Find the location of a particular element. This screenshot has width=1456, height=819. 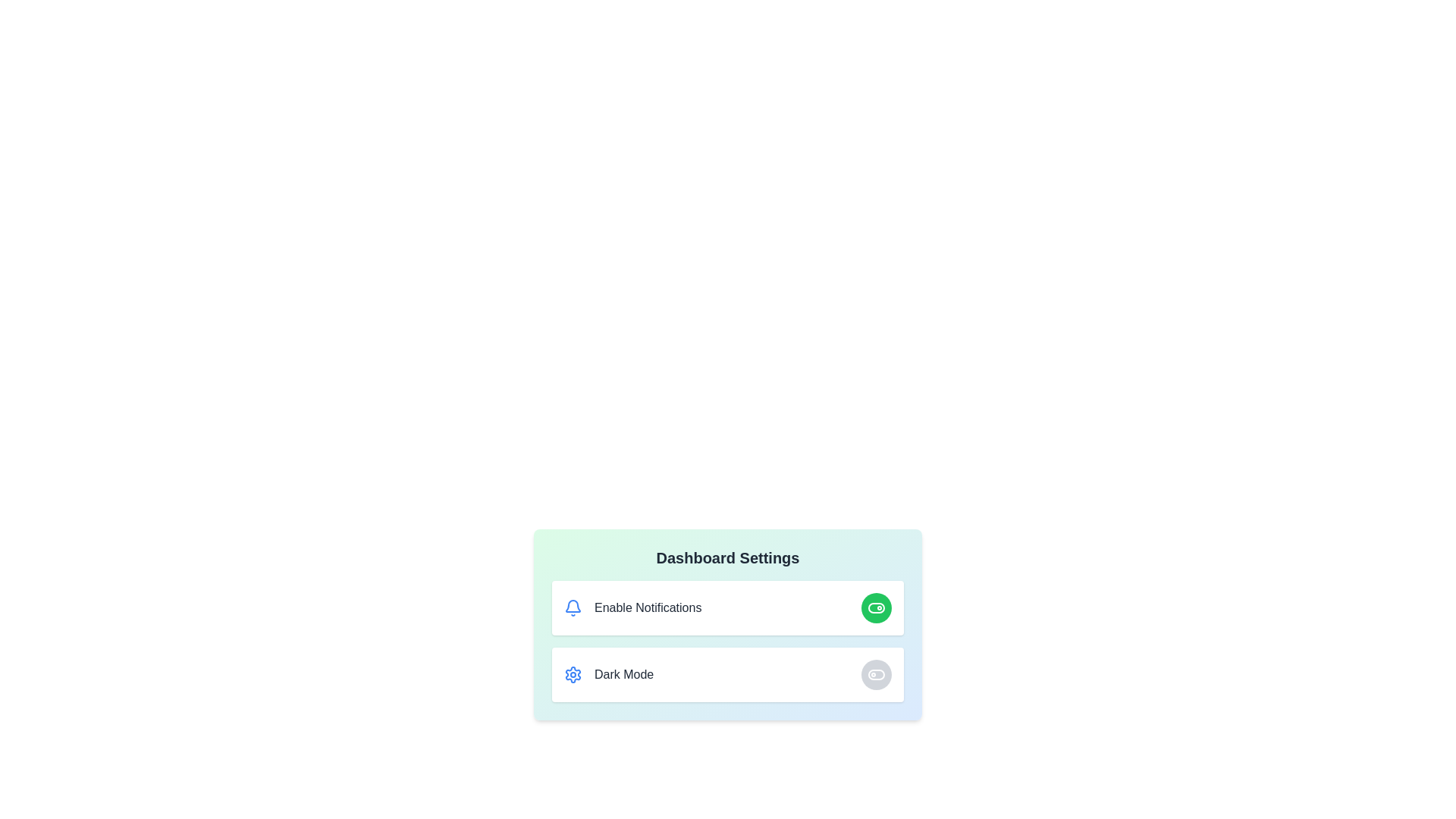

the toggle switch background for 'Enable Notifications' in the 'Dashboard Settings' section, which is a green rectangular component with rounded corners is located at coordinates (877, 607).